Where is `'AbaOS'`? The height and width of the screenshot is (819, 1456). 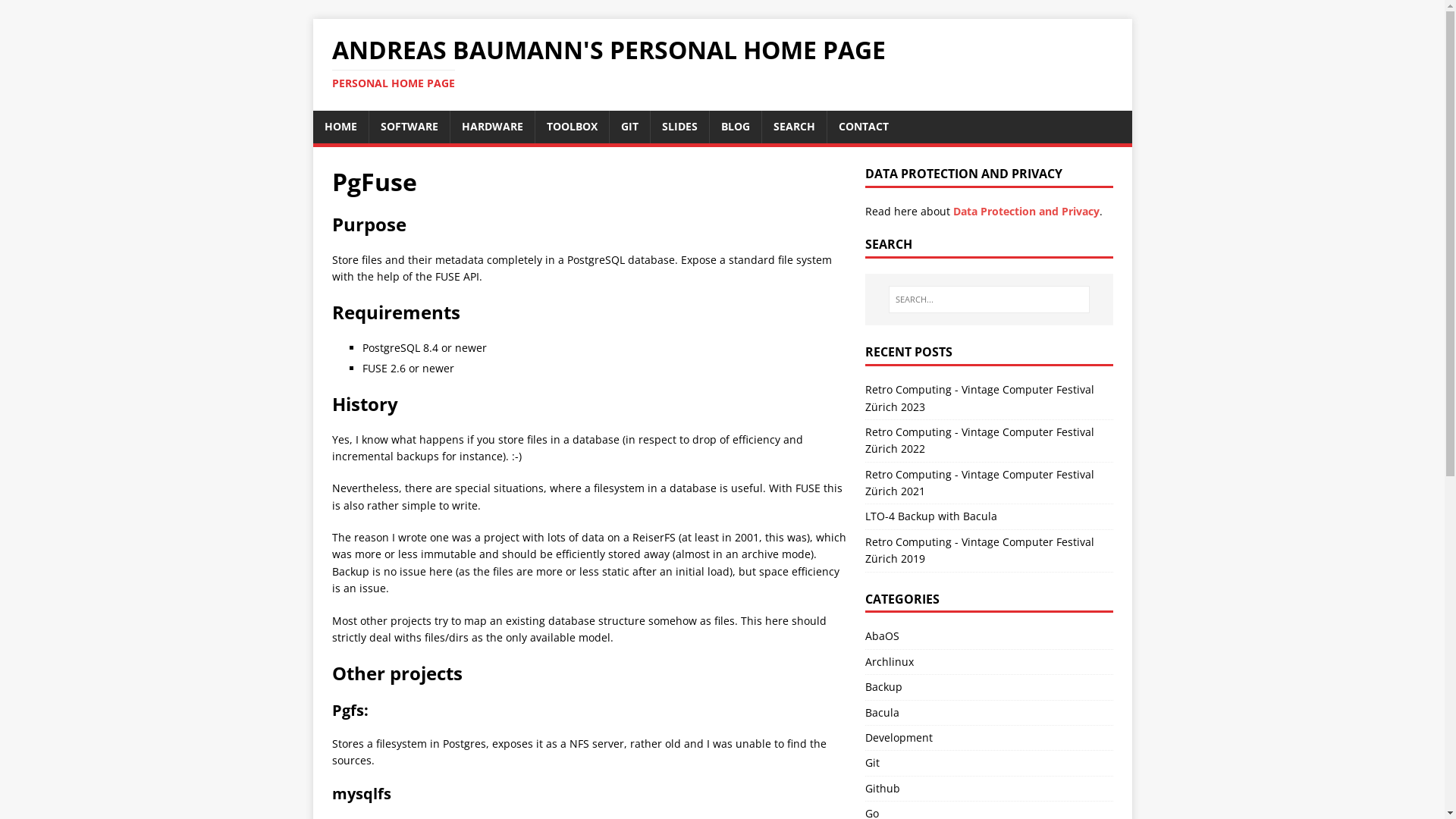
'AbaOS' is located at coordinates (882, 635).